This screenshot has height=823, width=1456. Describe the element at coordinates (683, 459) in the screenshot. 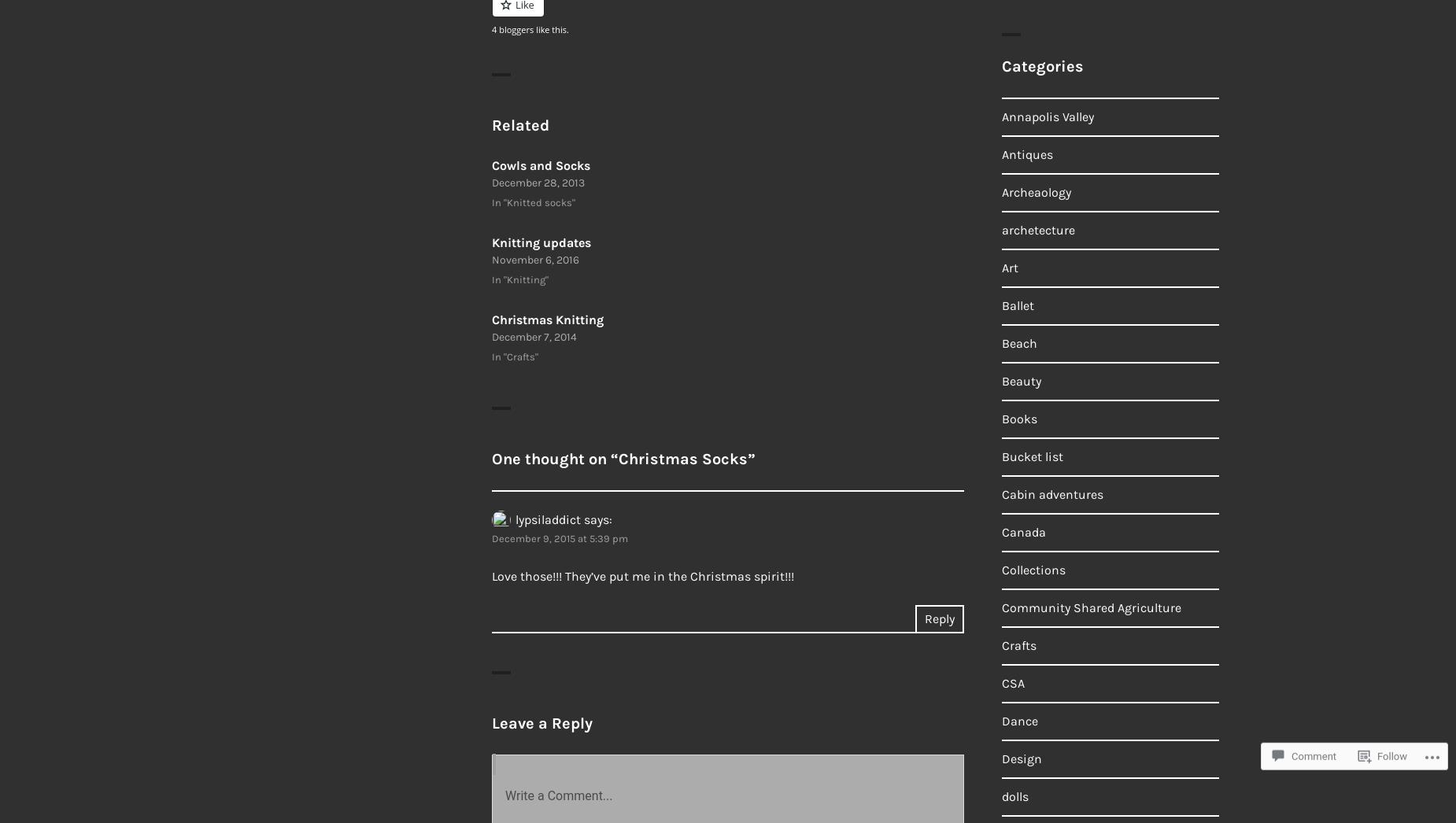

I see `'Christmas Socks'` at that location.